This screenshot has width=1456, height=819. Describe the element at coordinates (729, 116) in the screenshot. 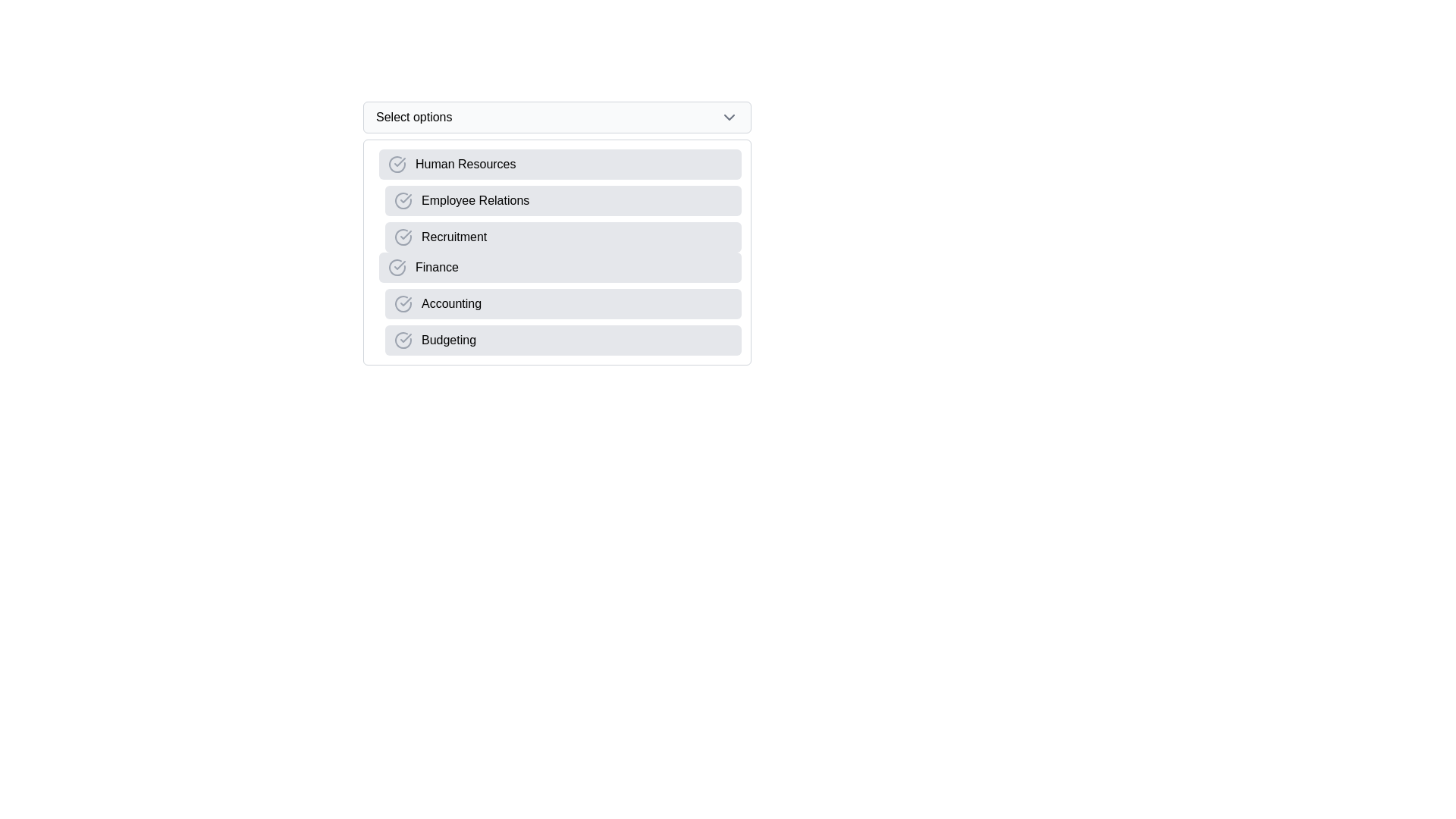

I see `the Icon button located at the far-right end of the 'Select options' row to trigger hover effects` at that location.